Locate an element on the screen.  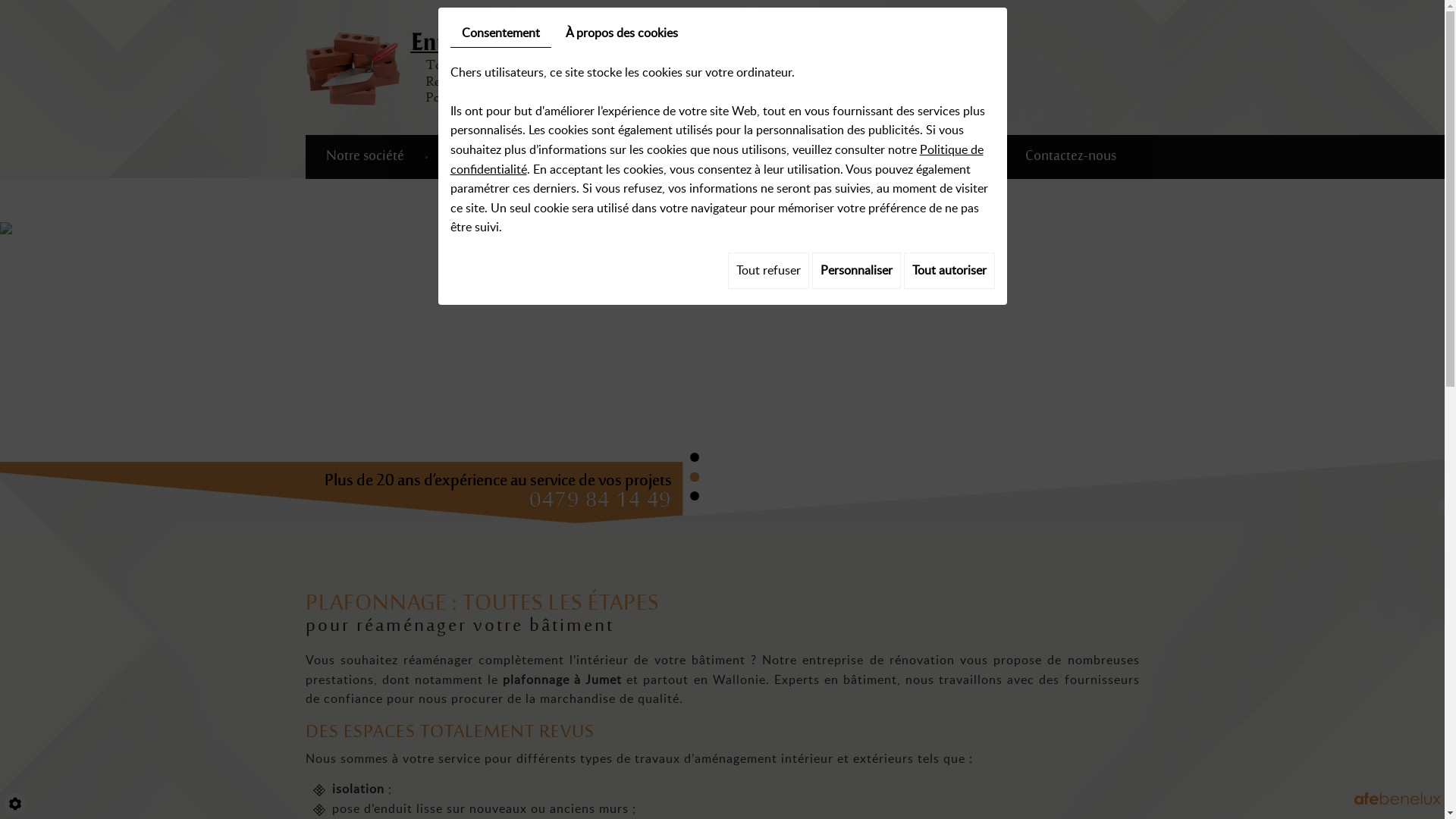
'Carrelage' is located at coordinates (658, 157).